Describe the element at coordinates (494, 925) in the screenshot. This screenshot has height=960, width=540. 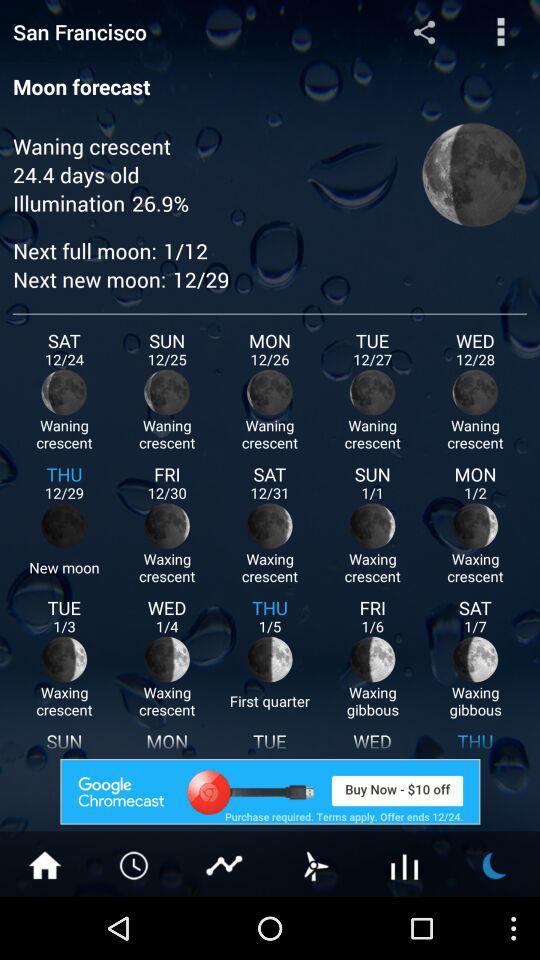
I see `the weather icon` at that location.